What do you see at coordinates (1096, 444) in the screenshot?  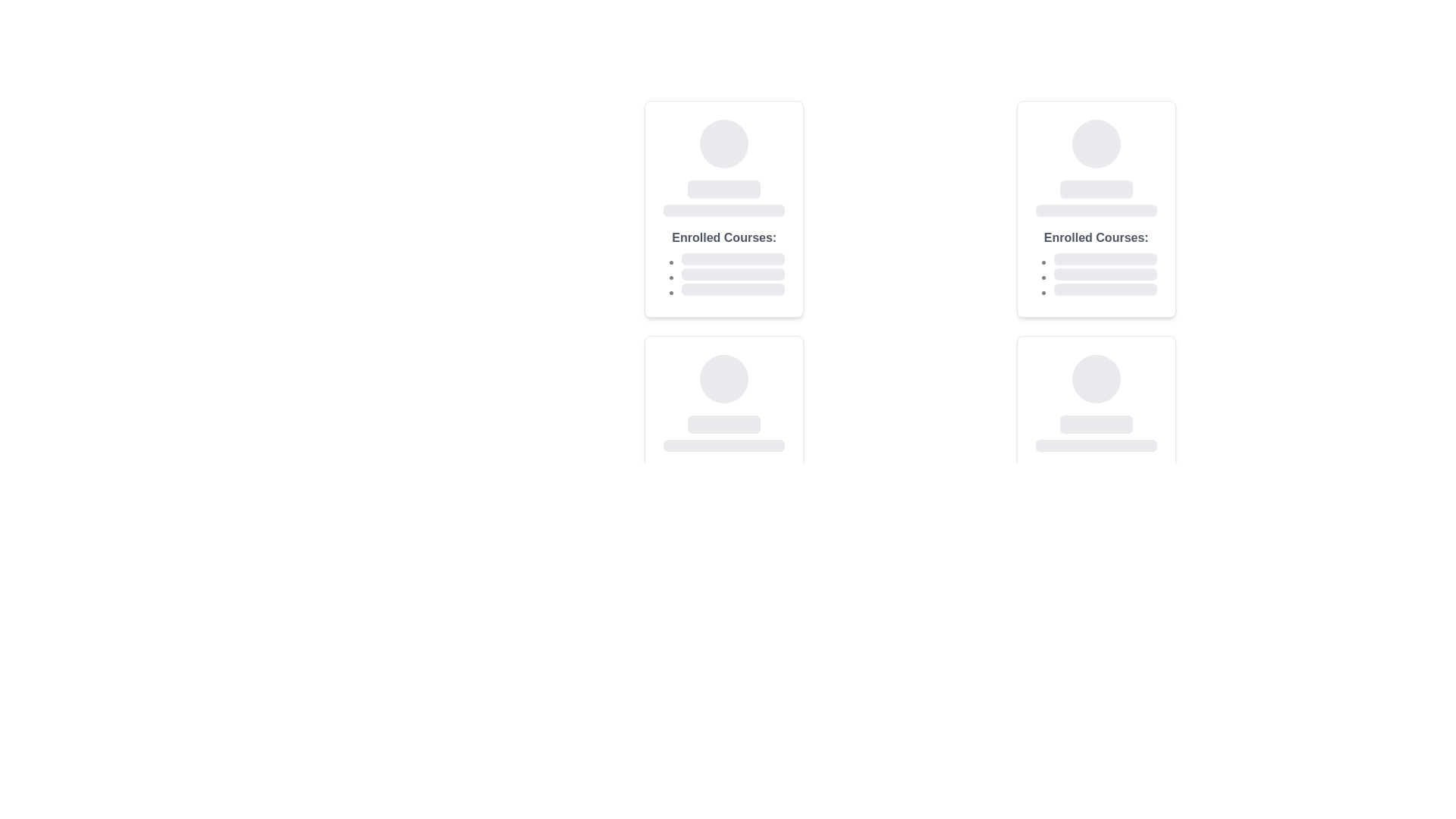 I see `the last card component in the grid layout, which features a white background, rounded corners, and a shadow effect` at bounding box center [1096, 444].